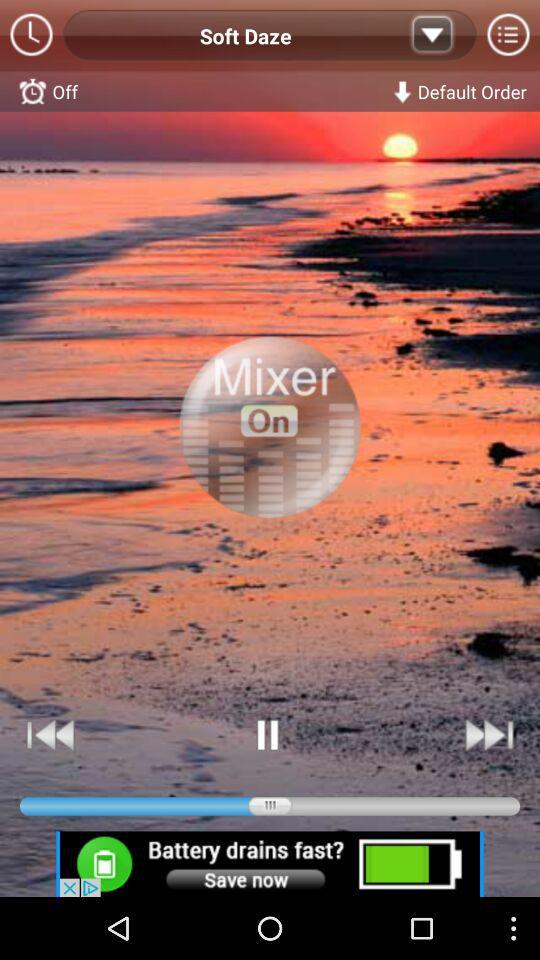 Image resolution: width=540 pixels, height=960 pixels. What do you see at coordinates (30, 35) in the screenshot?
I see `time option` at bounding box center [30, 35].